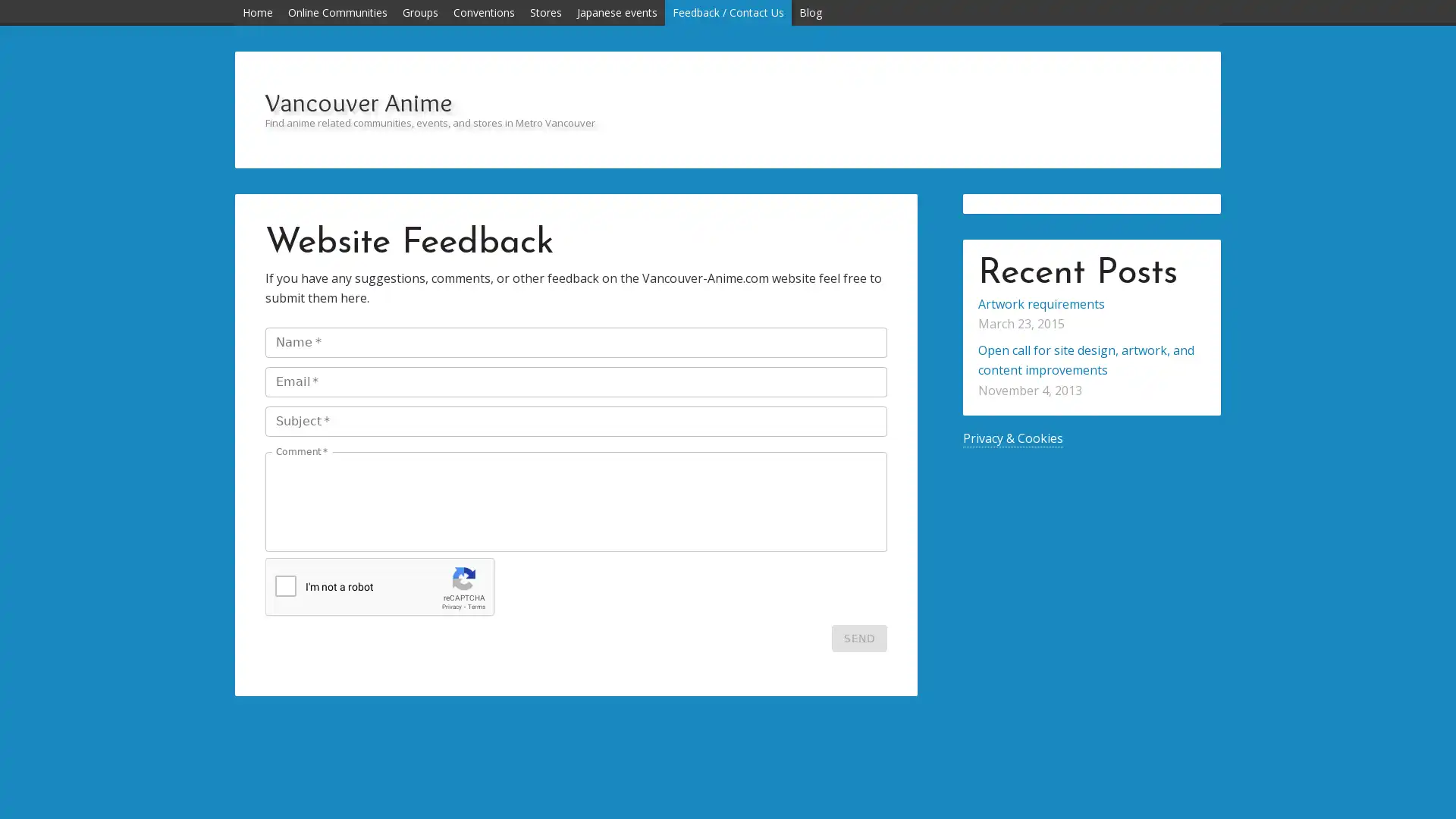 The height and width of the screenshot is (819, 1456). Describe the element at coordinates (859, 638) in the screenshot. I see `SEND` at that location.